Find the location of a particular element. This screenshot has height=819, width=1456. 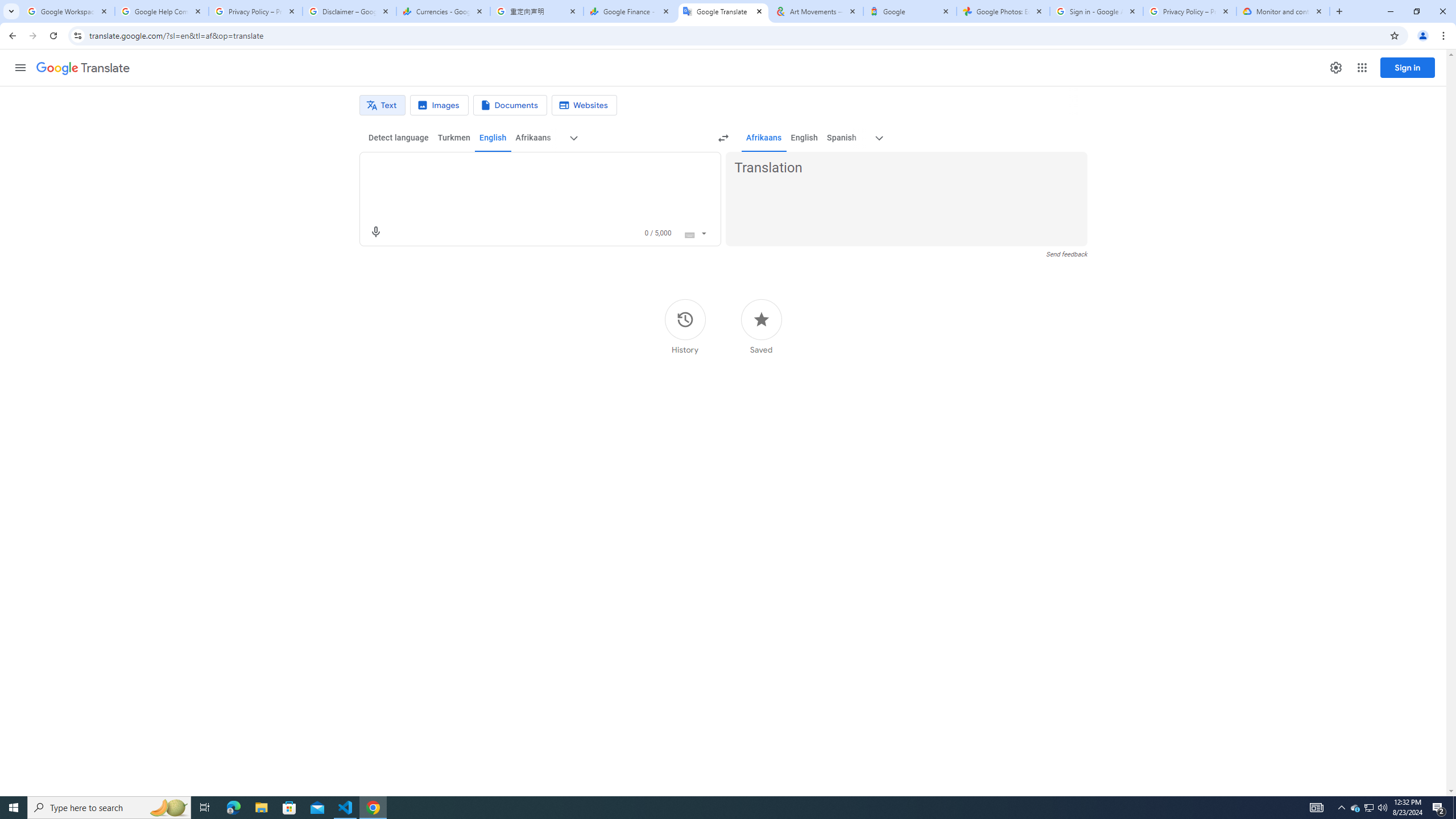

'Afrikaans' is located at coordinates (763, 137).